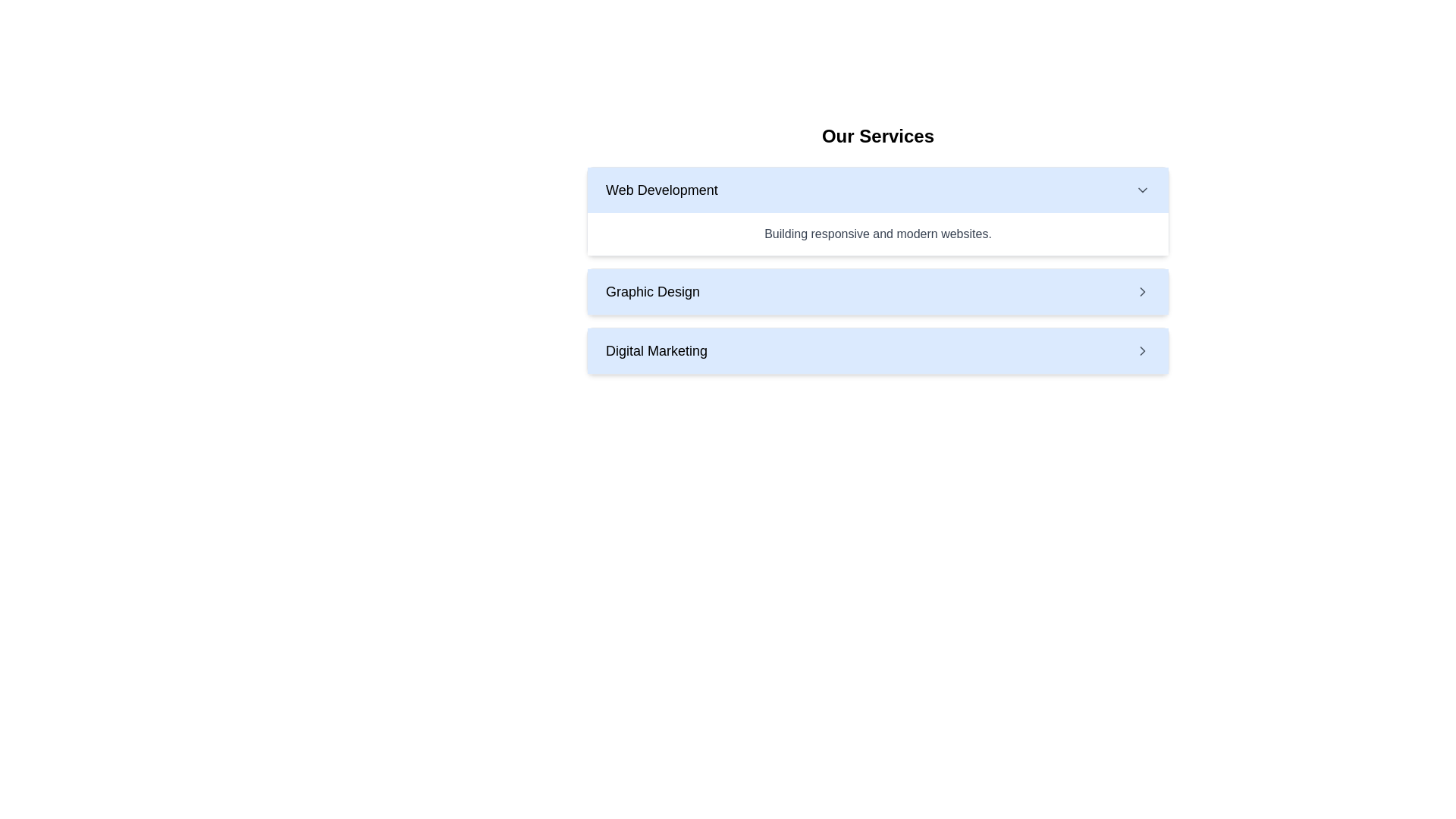 The height and width of the screenshot is (819, 1456). What do you see at coordinates (877, 234) in the screenshot?
I see `the Text Label displaying the description related to 'Web Development', which is part of a collapsible panel under the 'Our Services' header` at bounding box center [877, 234].